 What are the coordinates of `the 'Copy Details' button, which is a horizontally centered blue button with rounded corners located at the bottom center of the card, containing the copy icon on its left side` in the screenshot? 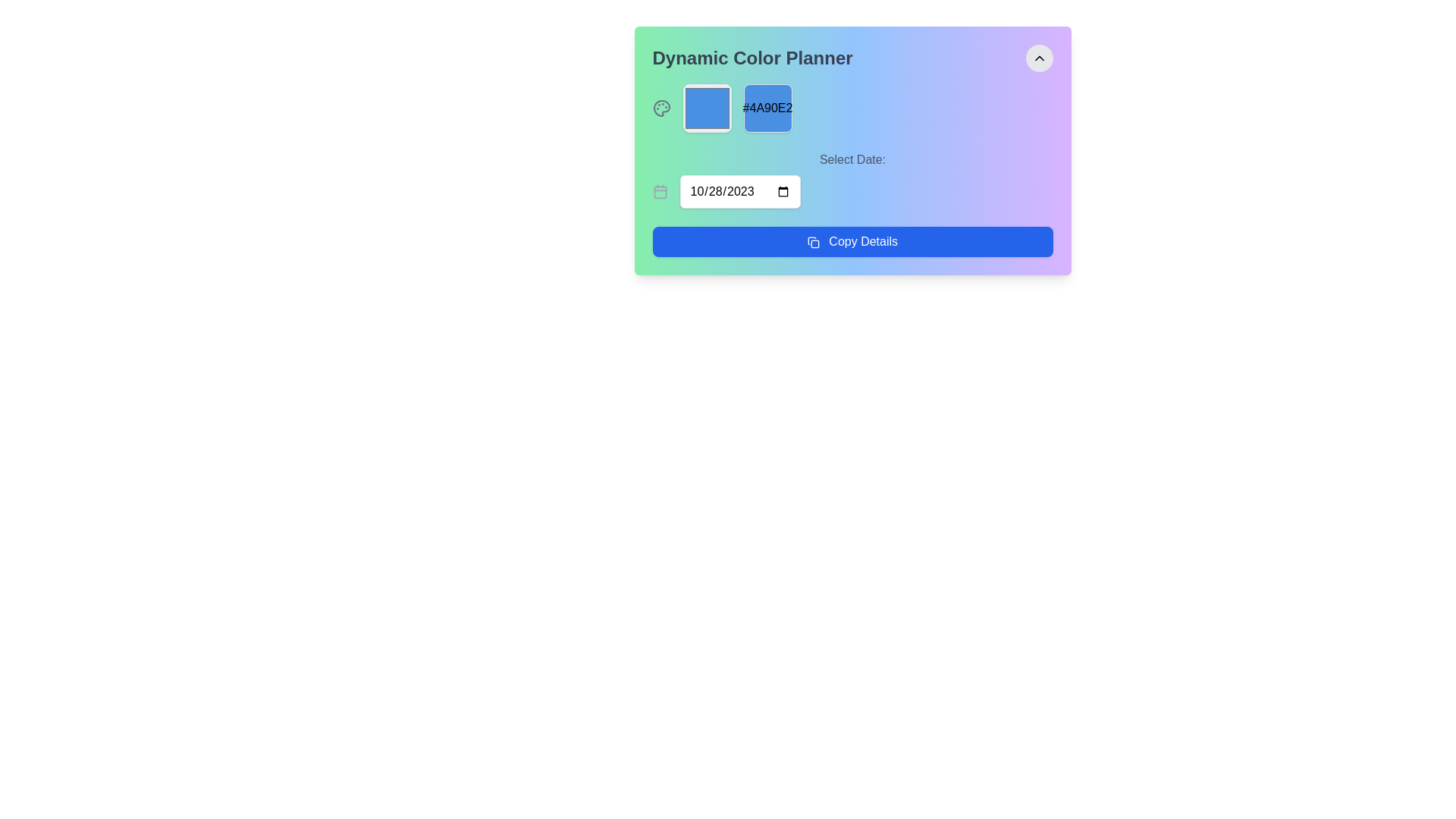 It's located at (812, 241).